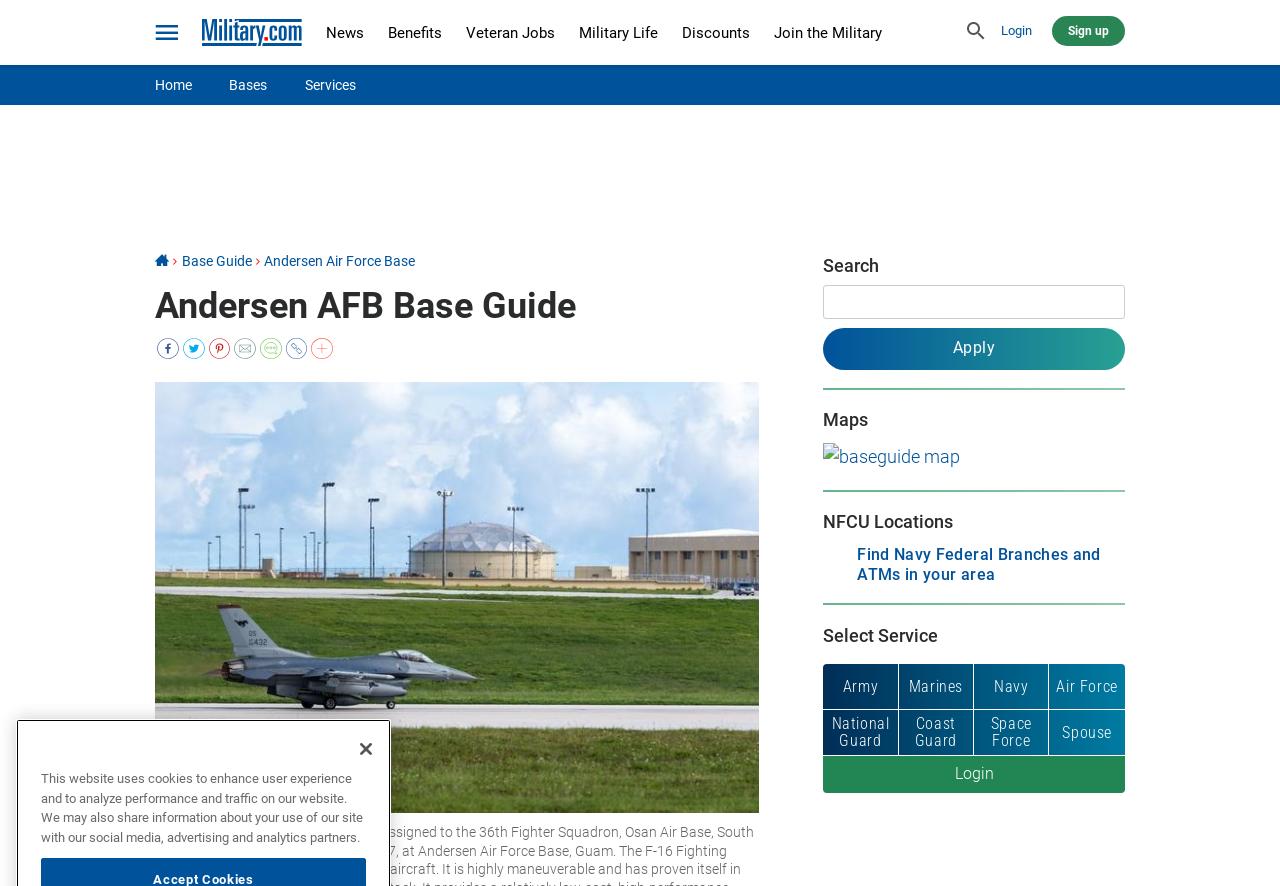 This screenshot has width=1280, height=886. What do you see at coordinates (330, 83) in the screenshot?
I see `'Services'` at bounding box center [330, 83].